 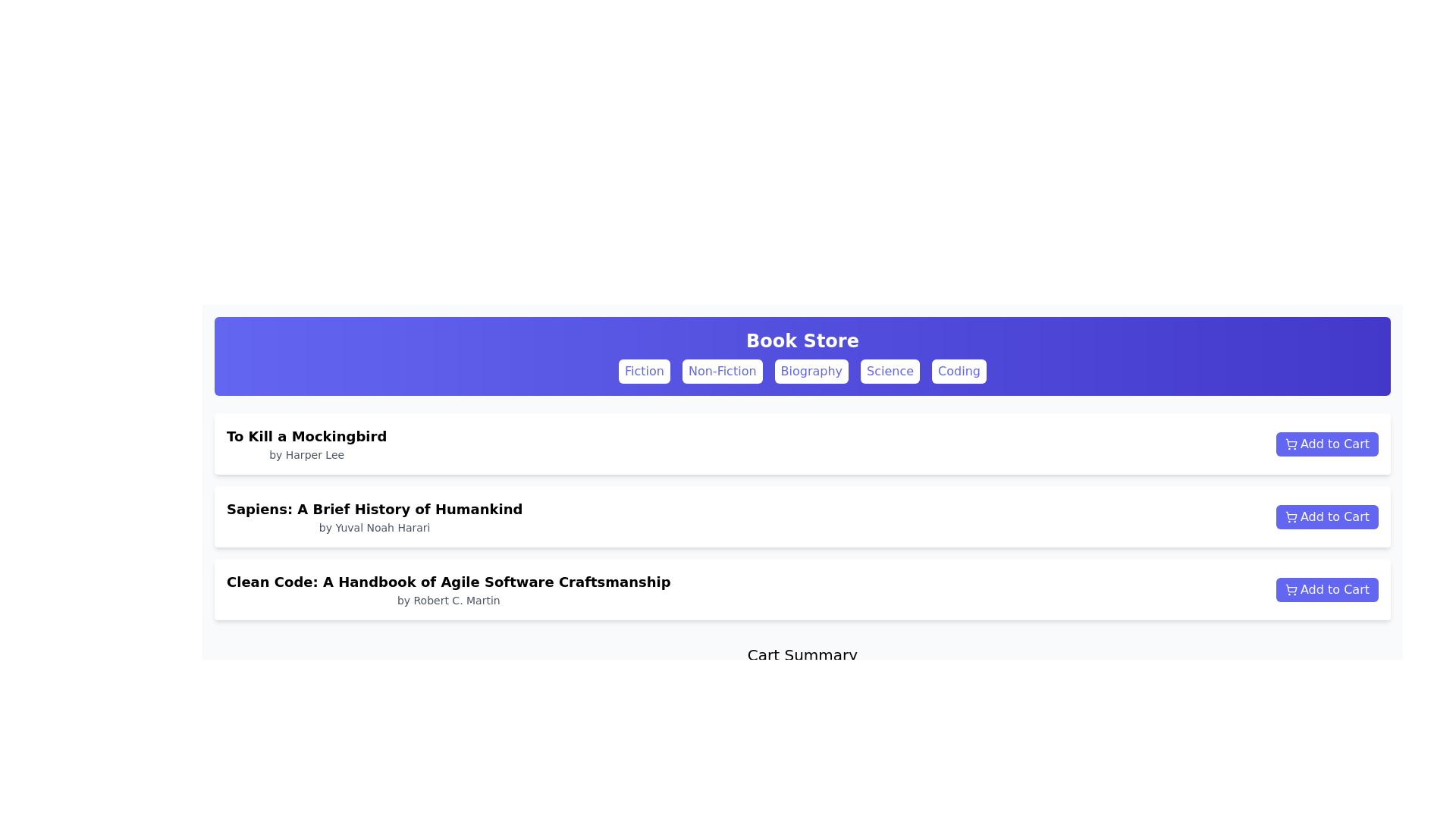 What do you see at coordinates (447, 581) in the screenshot?
I see `the static text element displaying the title 'Clean Code: A Handbook of Agile Software Craftsmanship', which is located in the middle of the interface as the upper text in the third book entry` at bounding box center [447, 581].